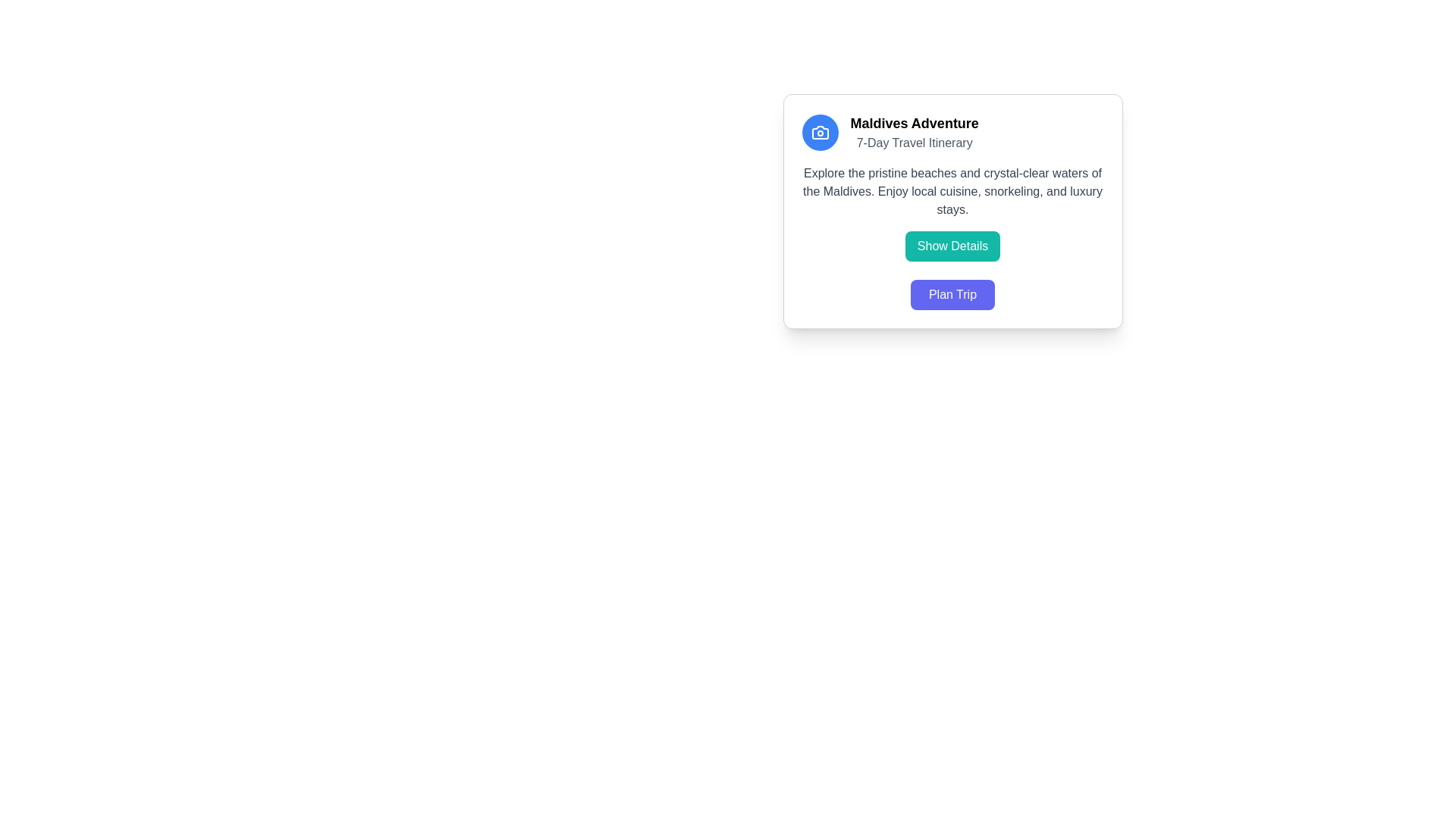 The width and height of the screenshot is (1456, 819). Describe the element at coordinates (819, 131) in the screenshot. I see `the photography or travel icon located inside the circular button at the top-left corner of the card-like UI element` at that location.